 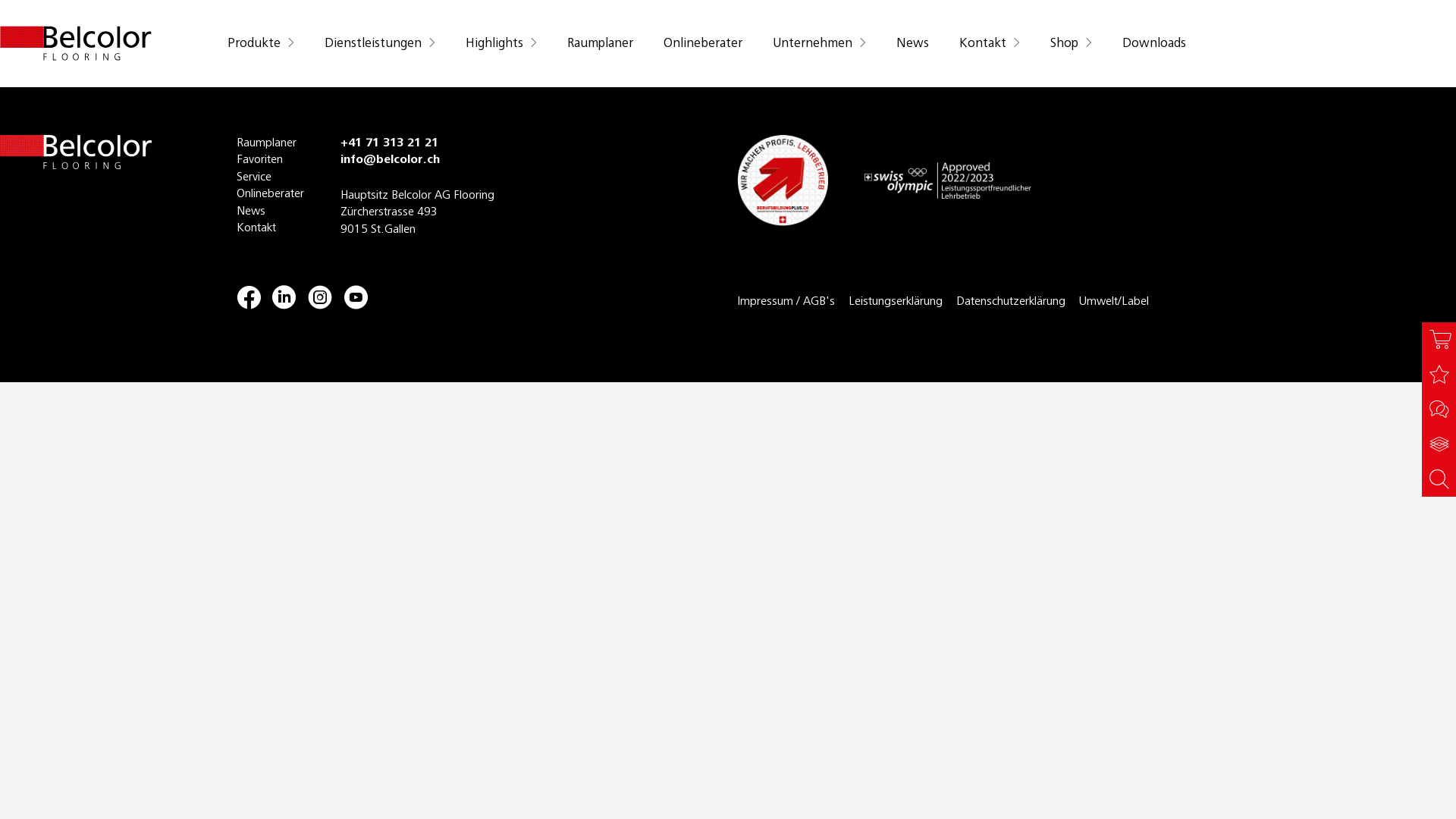 What do you see at coordinates (270, 211) in the screenshot?
I see `'News'` at bounding box center [270, 211].